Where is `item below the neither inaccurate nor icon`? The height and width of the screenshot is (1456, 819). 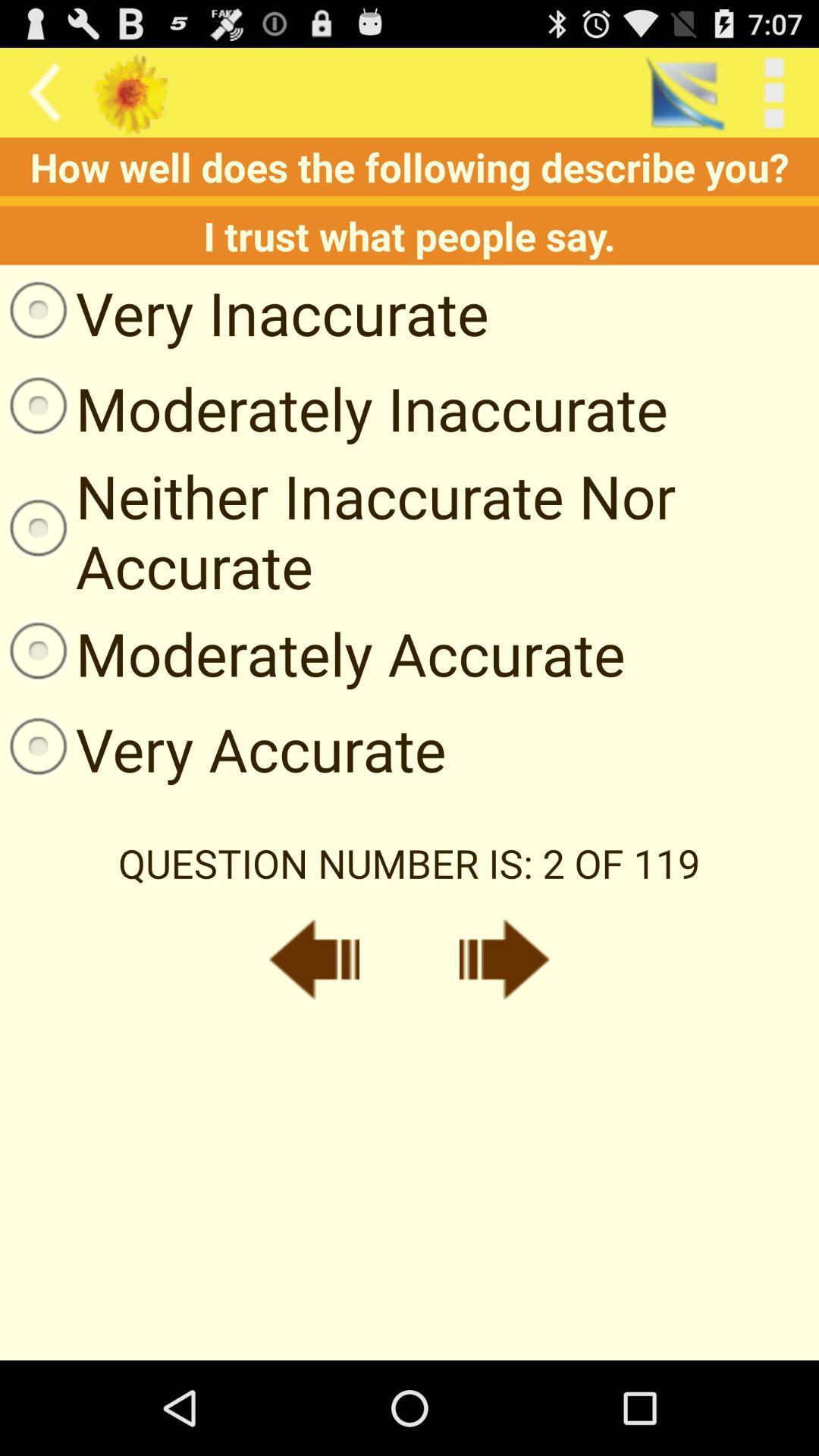
item below the neither inaccurate nor icon is located at coordinates (312, 653).